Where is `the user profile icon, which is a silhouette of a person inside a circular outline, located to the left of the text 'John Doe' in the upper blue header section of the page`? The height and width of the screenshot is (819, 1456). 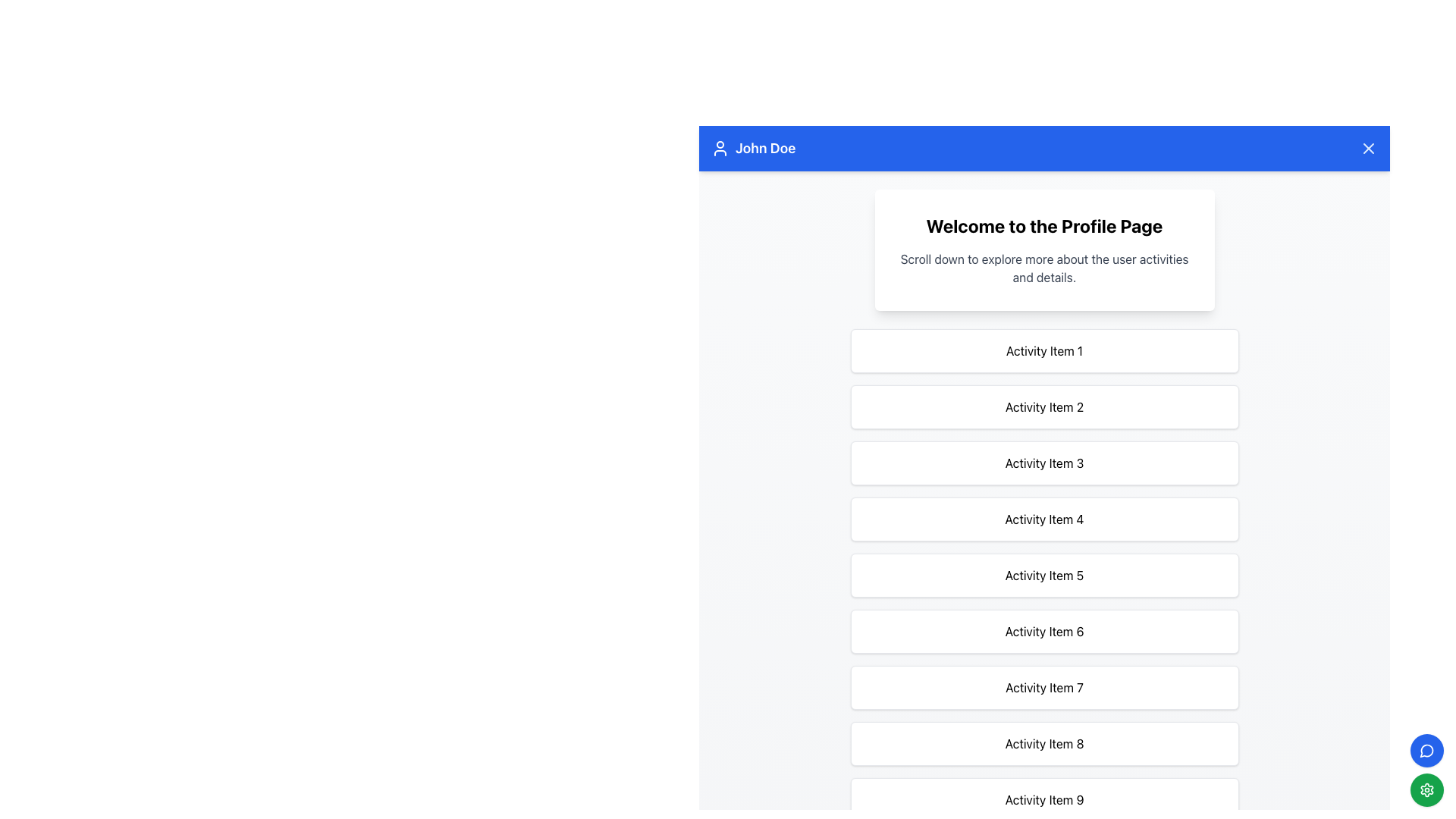
the user profile icon, which is a silhouette of a person inside a circular outline, located to the left of the text 'John Doe' in the upper blue header section of the page is located at coordinates (720, 149).